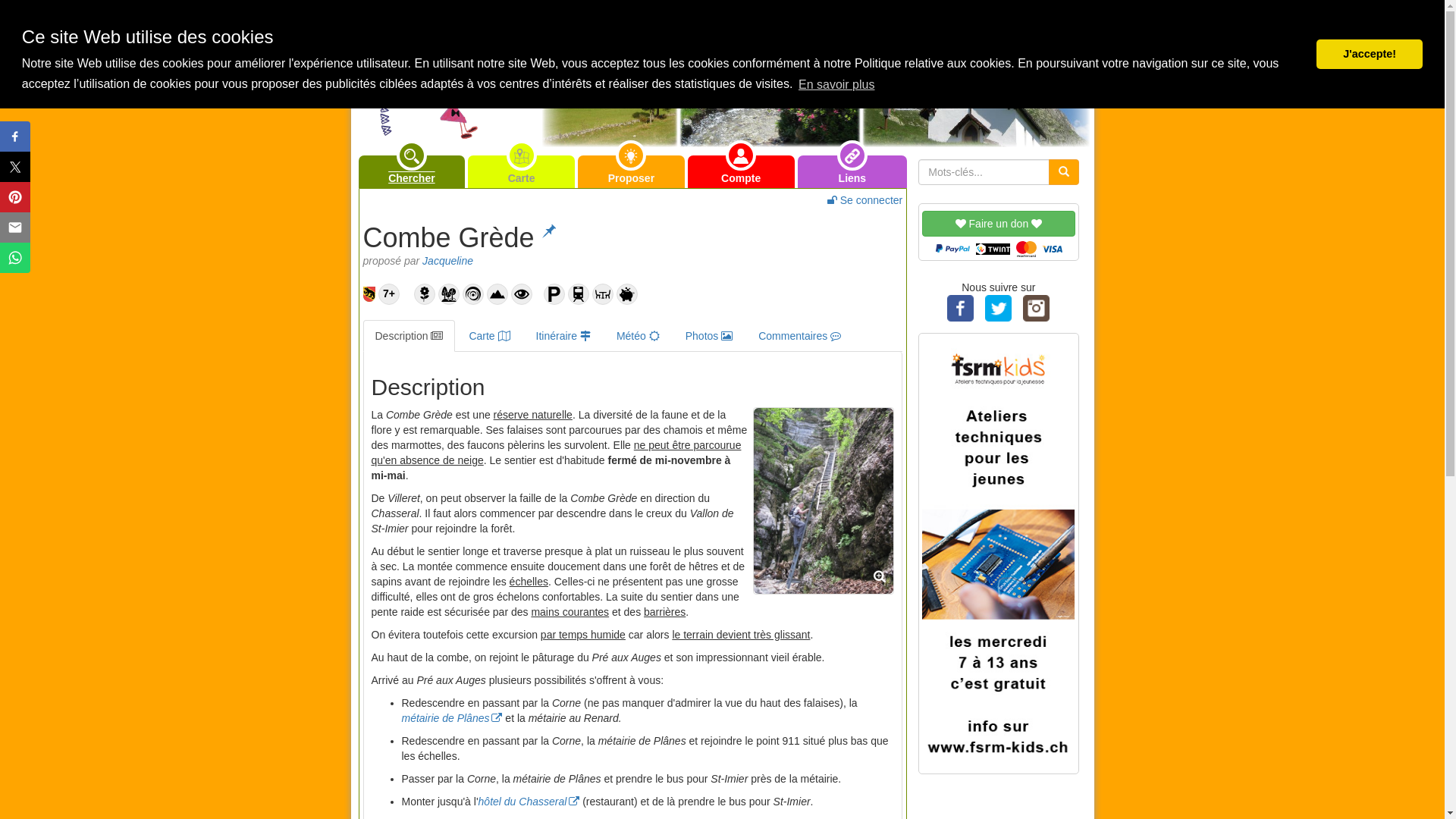  I want to click on 'Faire un don', so click(998, 234).